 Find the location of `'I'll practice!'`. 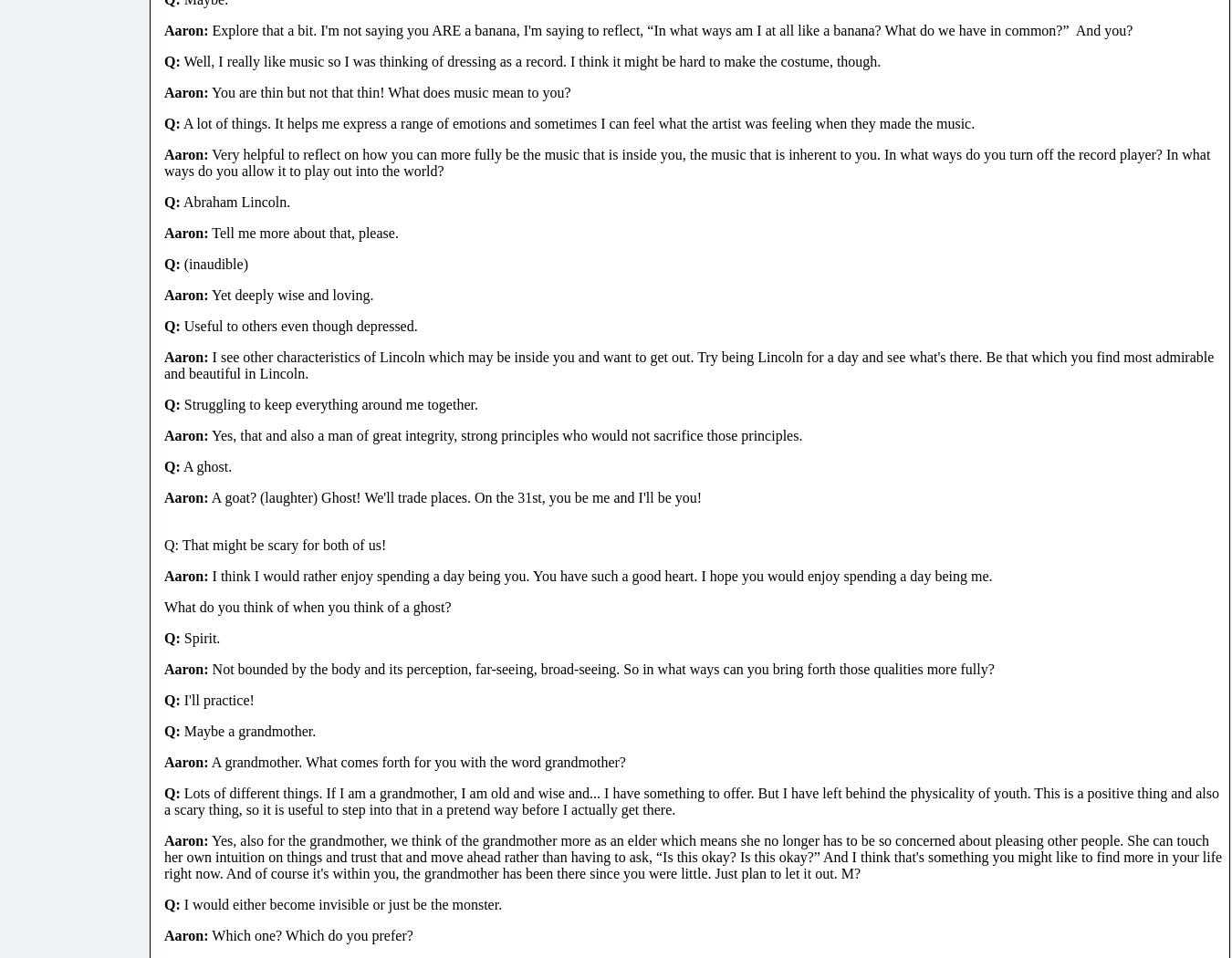

'I'll practice!' is located at coordinates (215, 699).